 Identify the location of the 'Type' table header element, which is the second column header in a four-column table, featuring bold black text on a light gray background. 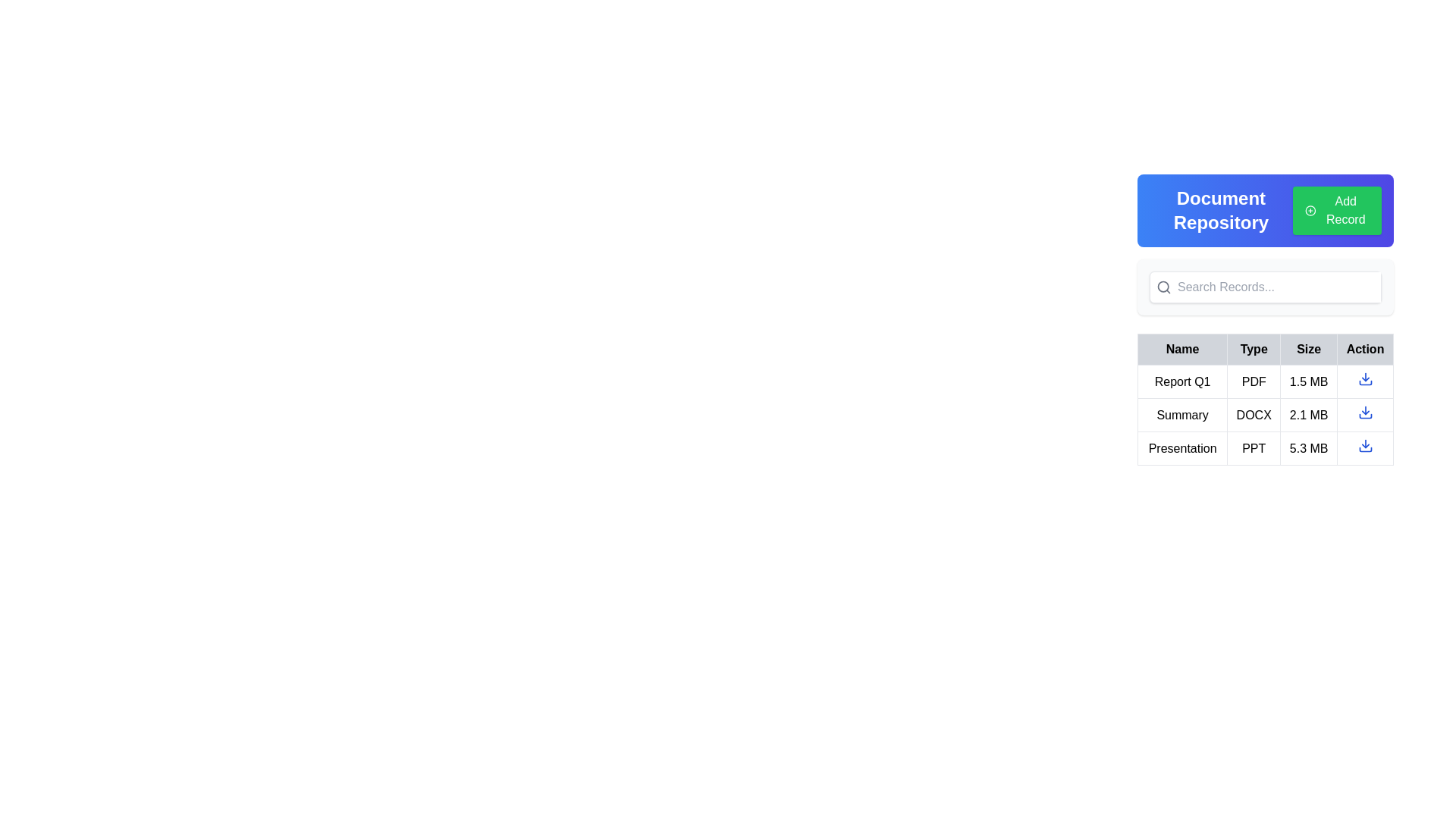
(1254, 350).